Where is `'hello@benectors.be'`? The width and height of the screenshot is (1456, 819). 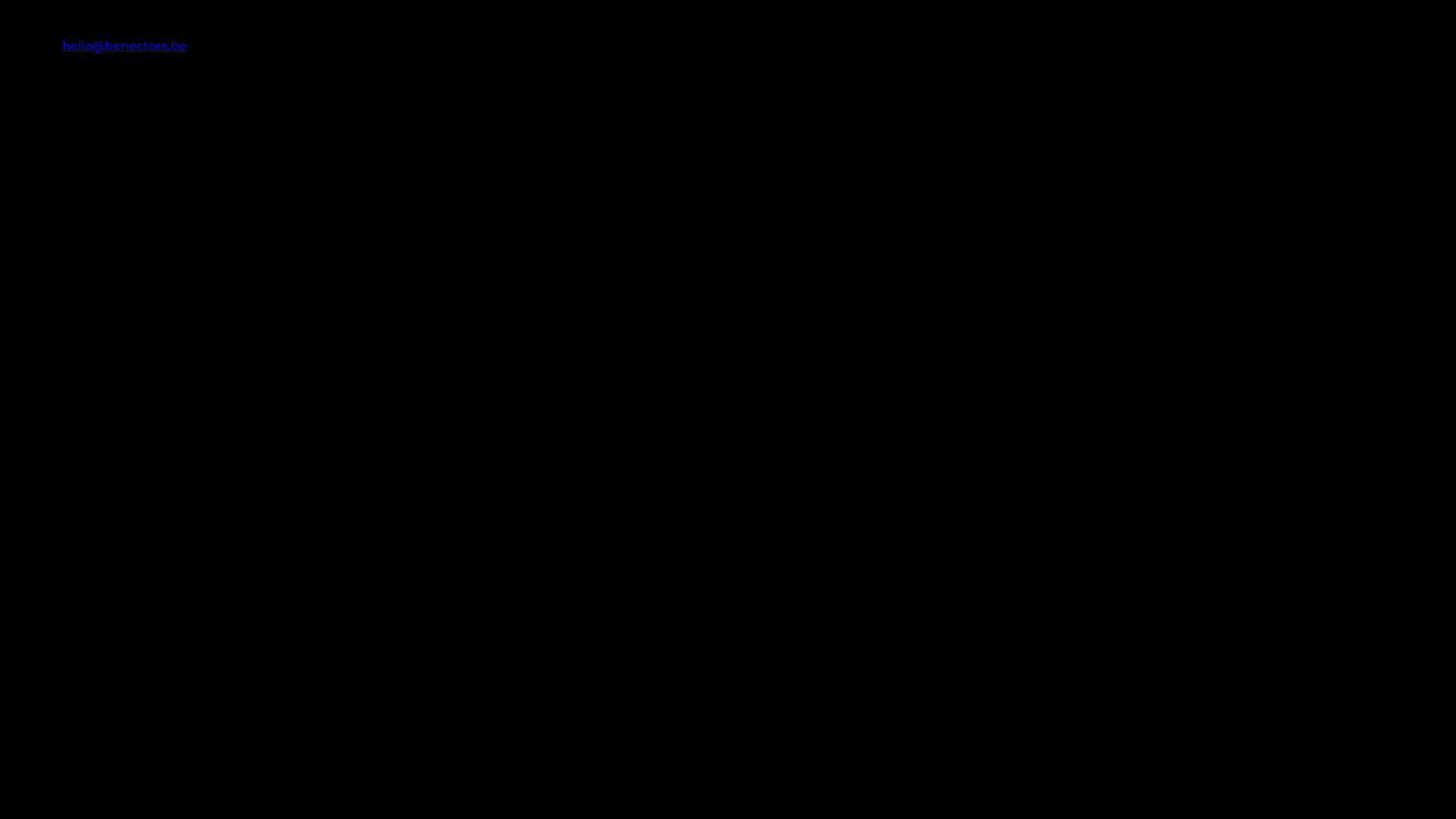
'hello@benectors.be' is located at coordinates (61, 45).